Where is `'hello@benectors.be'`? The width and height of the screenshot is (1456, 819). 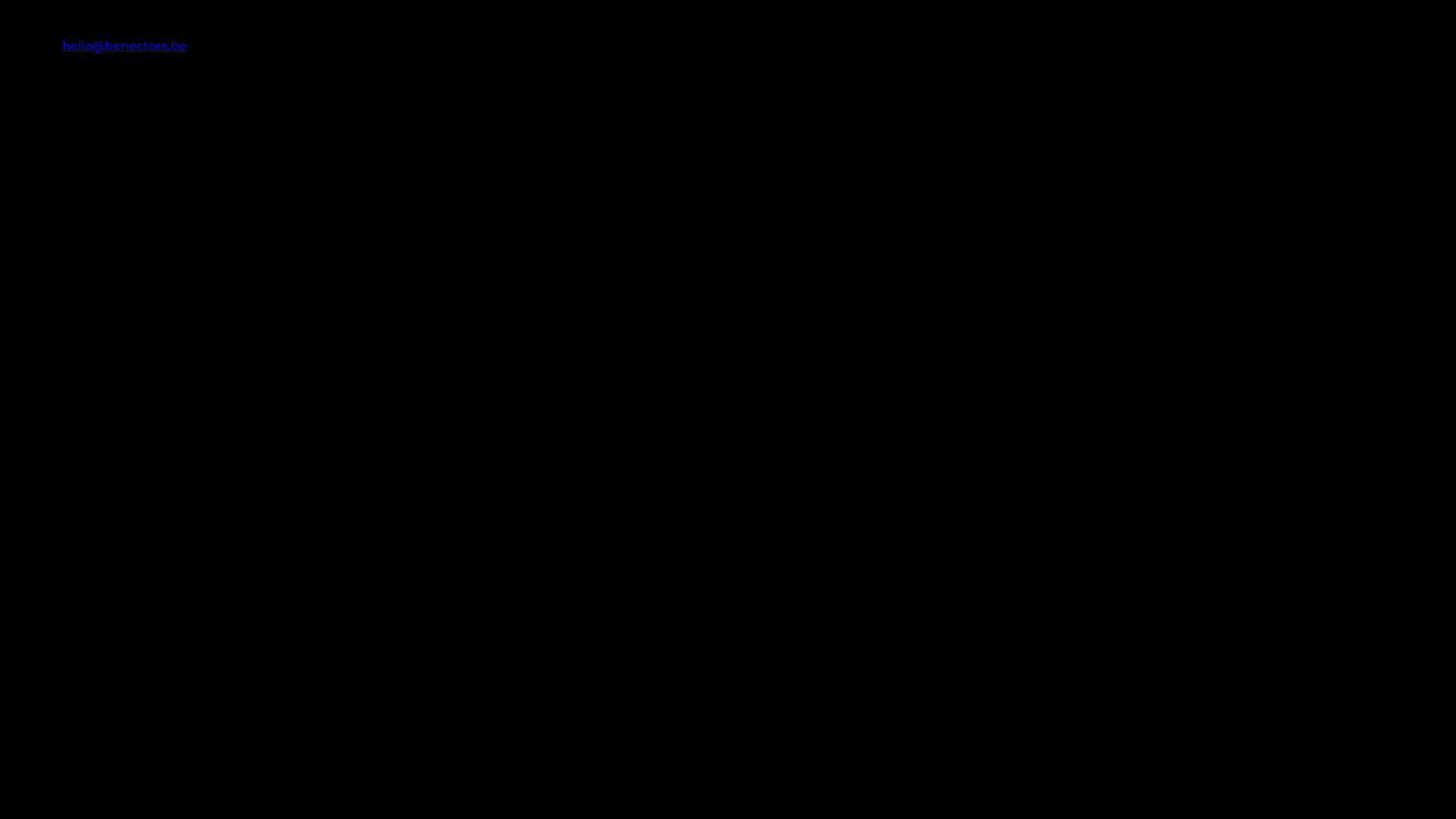
'hello@benectors.be' is located at coordinates (61, 45).